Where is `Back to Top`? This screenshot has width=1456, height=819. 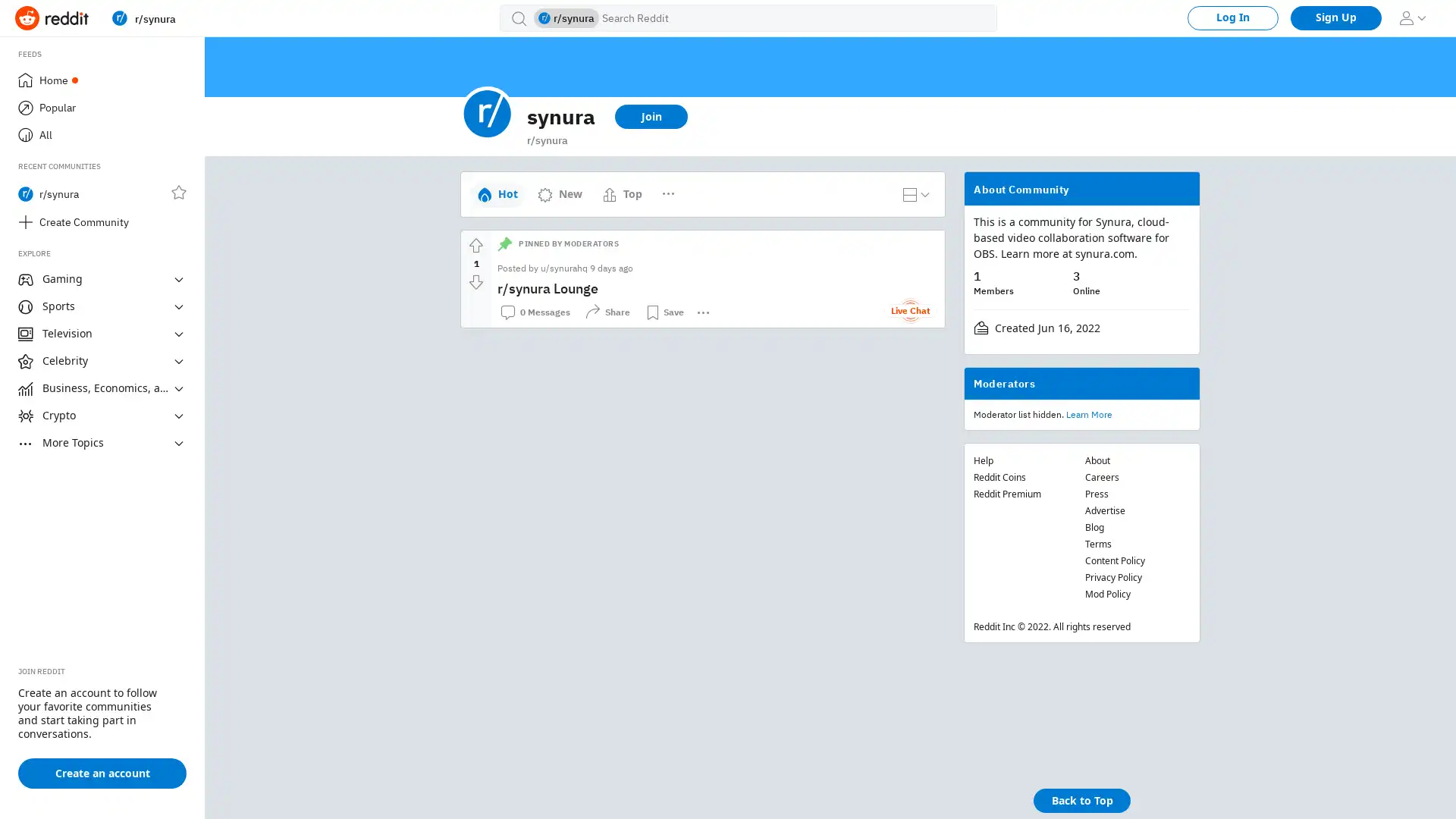 Back to Top is located at coordinates (1081, 800).